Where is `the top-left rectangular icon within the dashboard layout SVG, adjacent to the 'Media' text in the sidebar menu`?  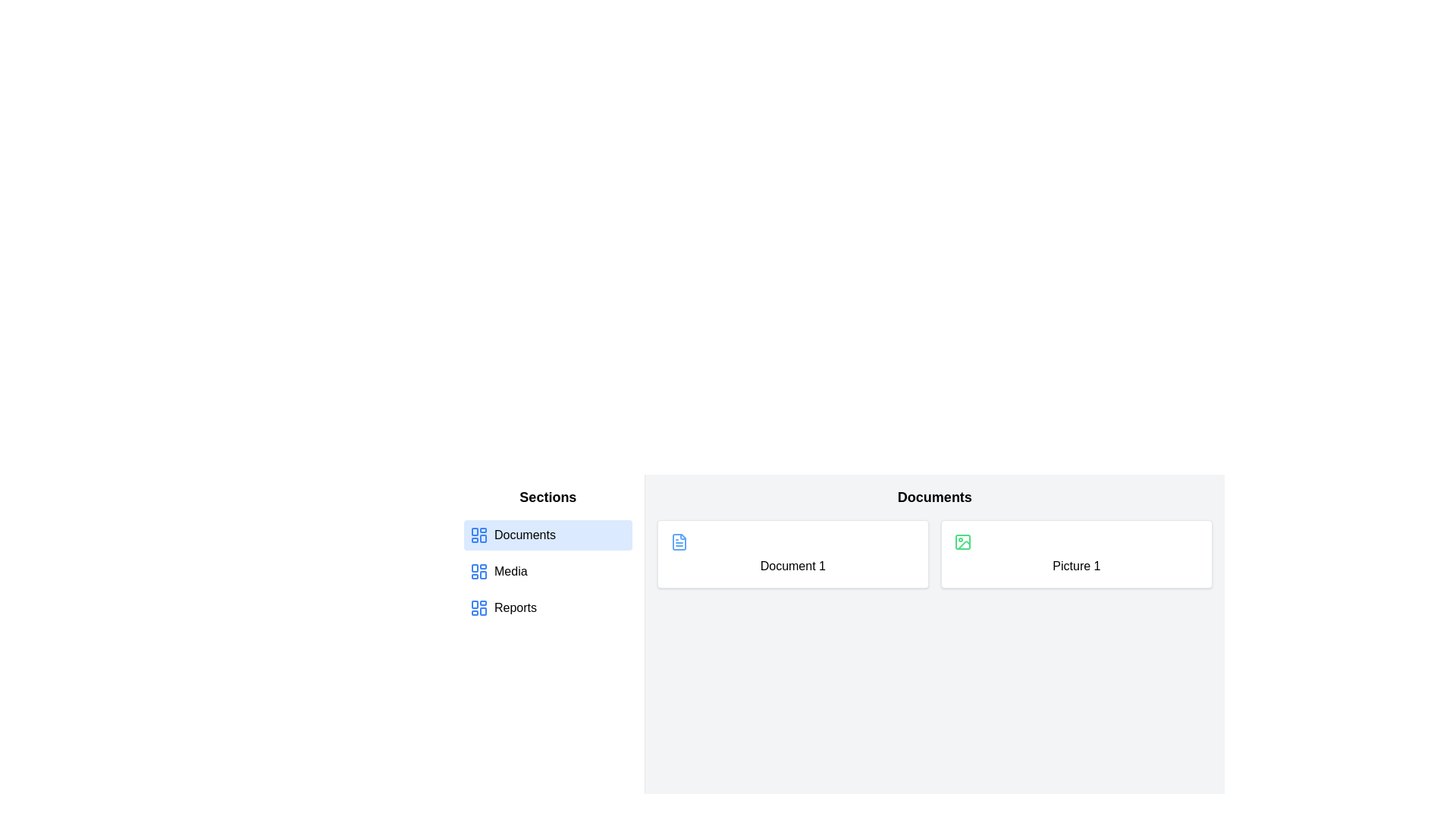 the top-left rectangular icon within the dashboard layout SVG, adjacent to the 'Media' text in the sidebar menu is located at coordinates (474, 568).